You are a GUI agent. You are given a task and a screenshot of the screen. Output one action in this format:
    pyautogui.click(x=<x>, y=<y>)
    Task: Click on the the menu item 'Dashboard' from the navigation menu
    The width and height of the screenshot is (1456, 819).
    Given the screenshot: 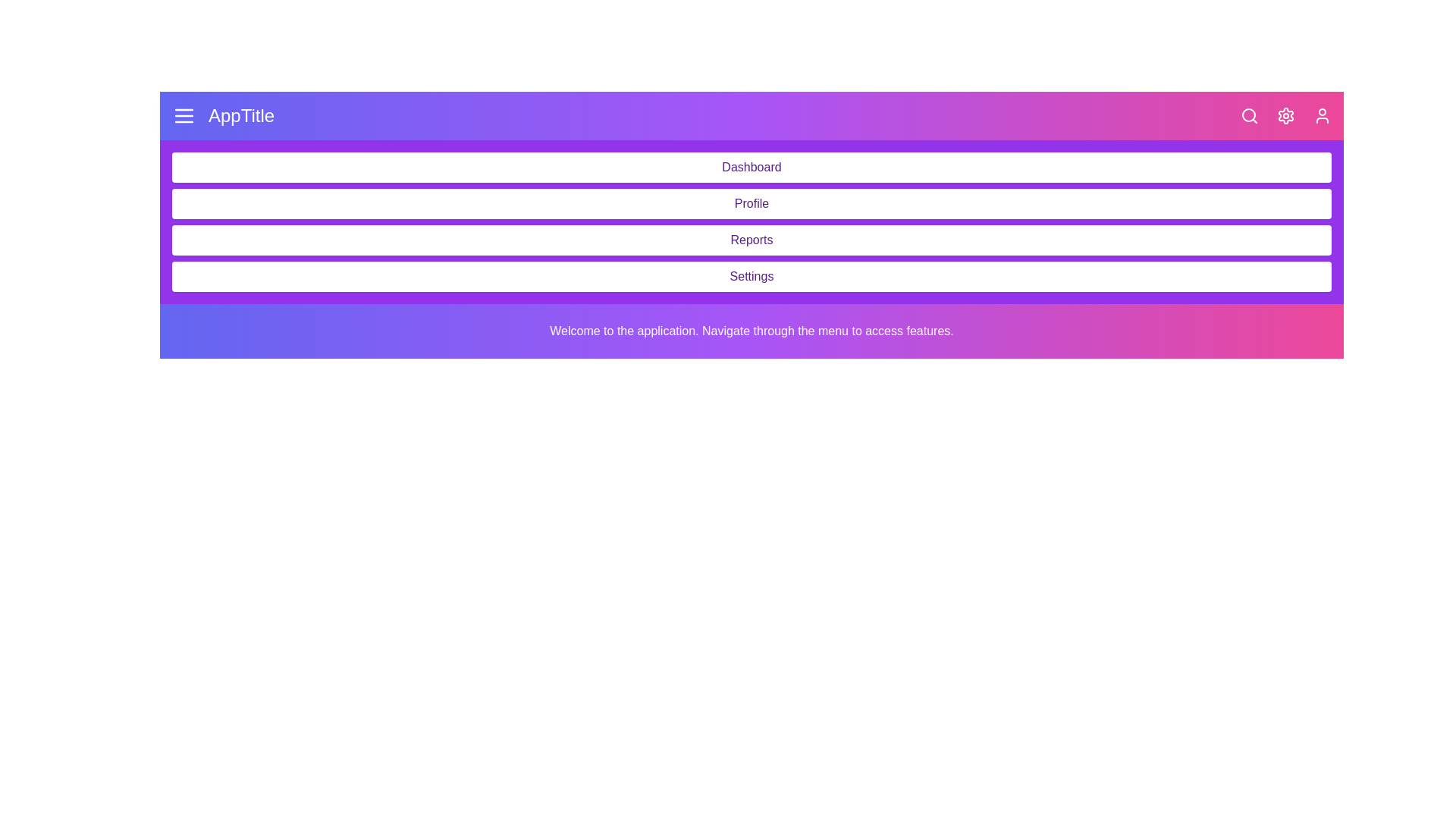 What is the action you would take?
    pyautogui.click(x=752, y=167)
    